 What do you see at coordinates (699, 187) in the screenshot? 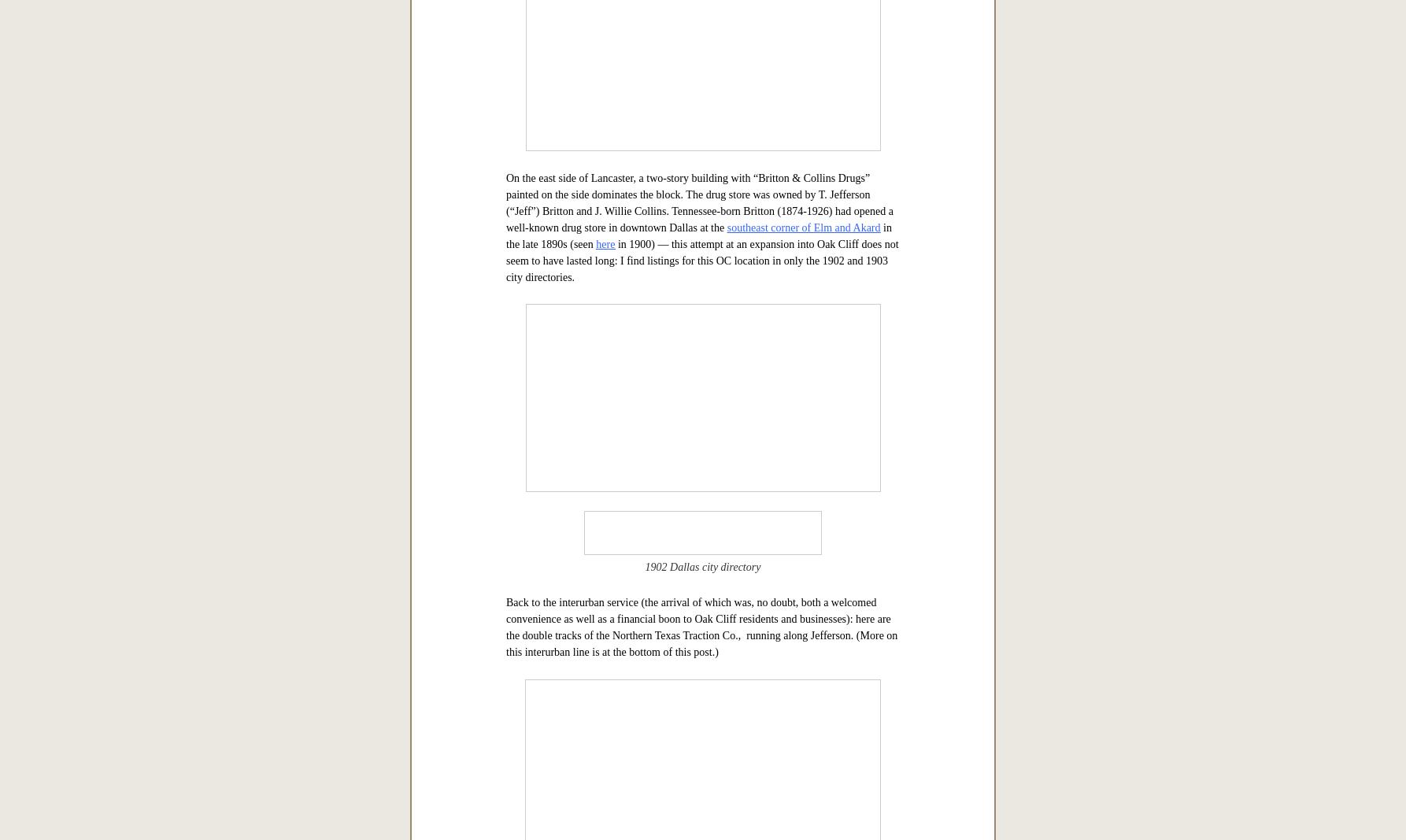
I see `'Let’s zoom in on this photo. Though grainy, it’s still really exciting to see views of Oak Cliff, just after the turn of the century (Oak Cliff was annexed by Dallas in 1903 but had been a thriving community for many years before that). Below, a couple of men are seated on a bench beneath a sign that says “Interurban Ticket Office,” a bicycle lies at the curb, men stand on the corner, and a horse-drawn buggy is parked underneath a sign that says “drugs.” Eselco brand cigars were ten cents apiece at the time (about $3.00 in today’s money). The “ticket office” sign helps date this photo, as the Dallas-Fort Worth interurban service (through Oak Cliff) began in July, 1902.'` at bounding box center [699, 187].